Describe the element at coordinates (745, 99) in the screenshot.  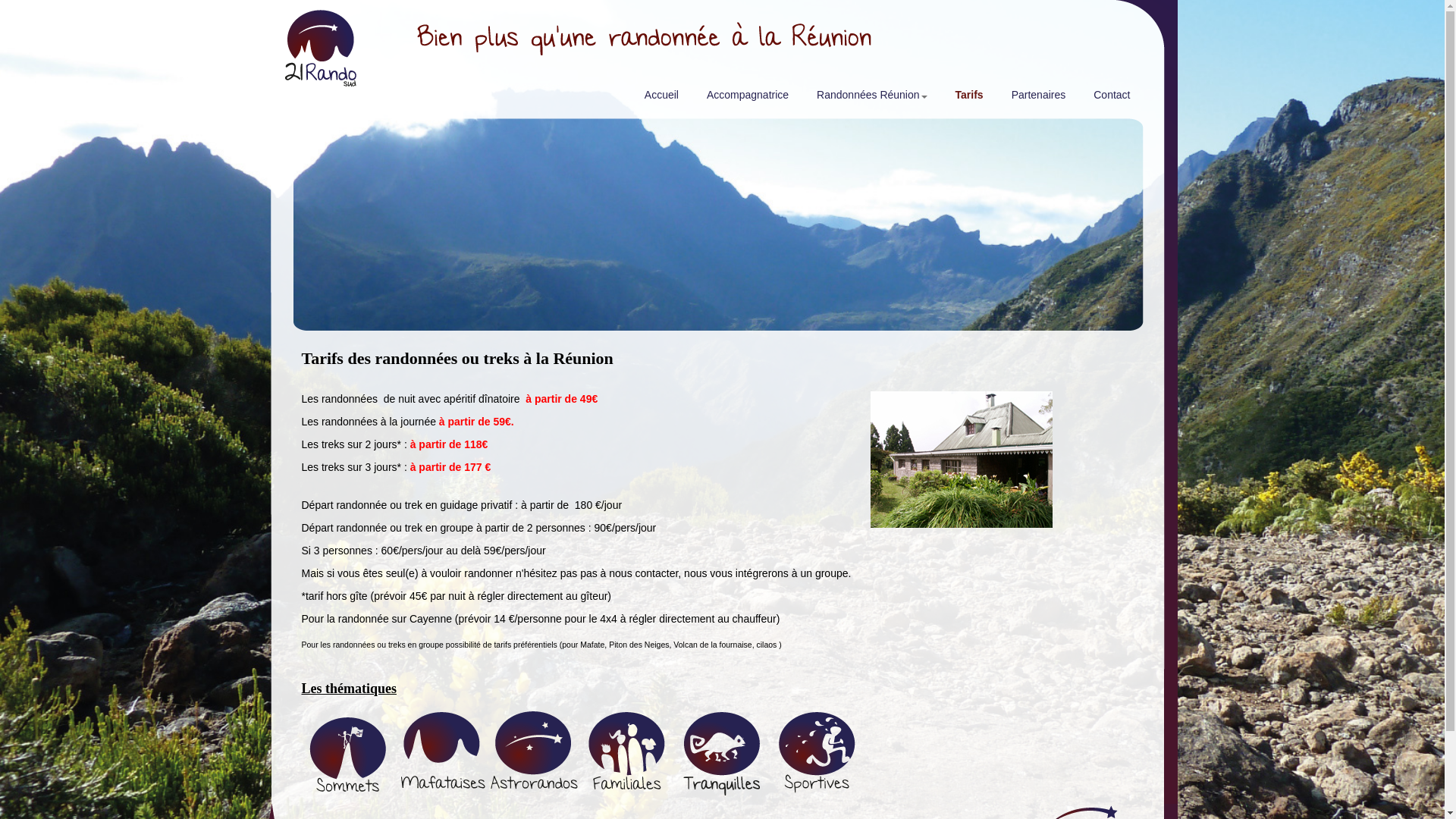
I see `'Accompagnatrice'` at that location.